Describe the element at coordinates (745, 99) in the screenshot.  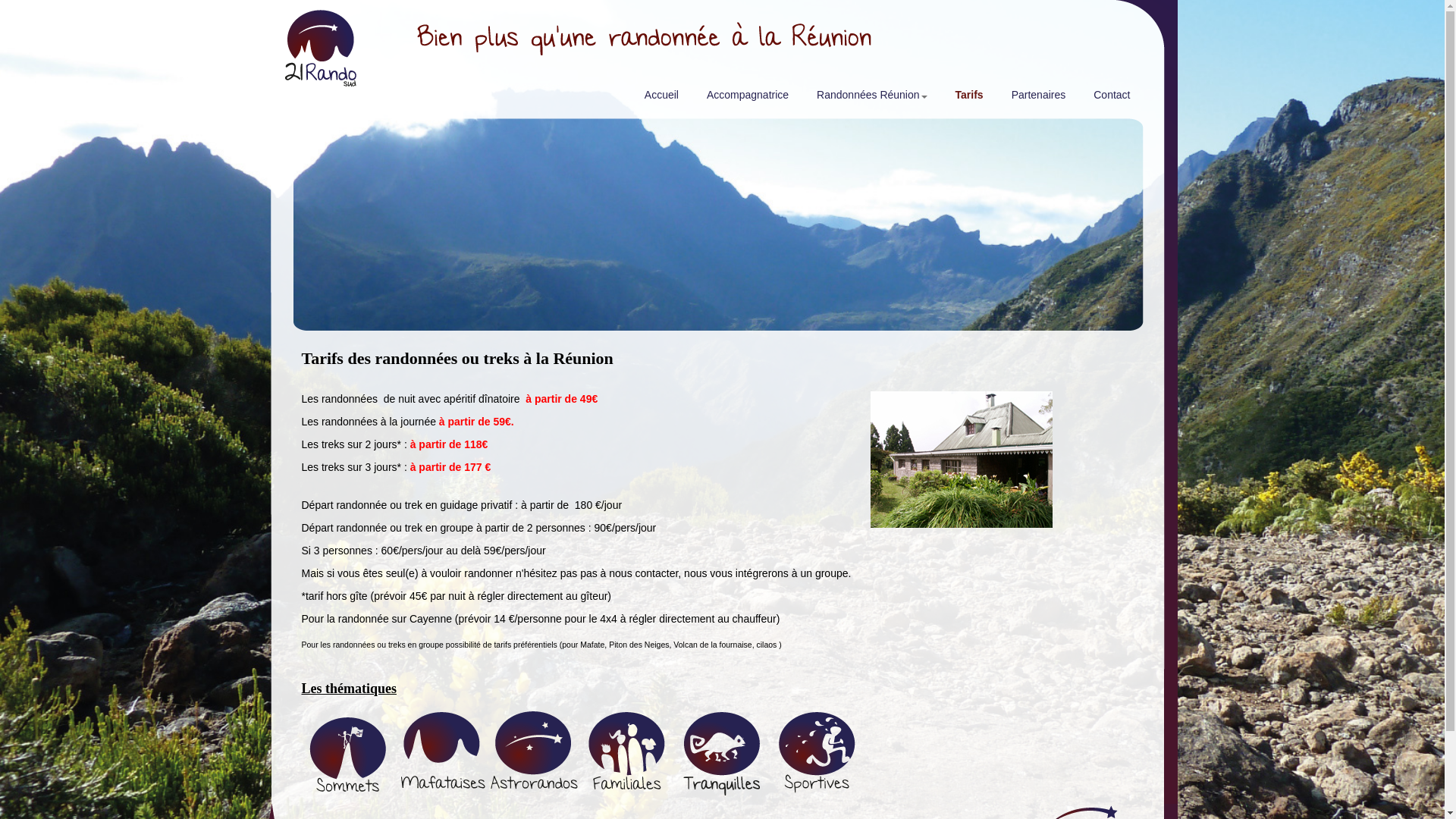
I see `'Accompagnatrice'` at that location.